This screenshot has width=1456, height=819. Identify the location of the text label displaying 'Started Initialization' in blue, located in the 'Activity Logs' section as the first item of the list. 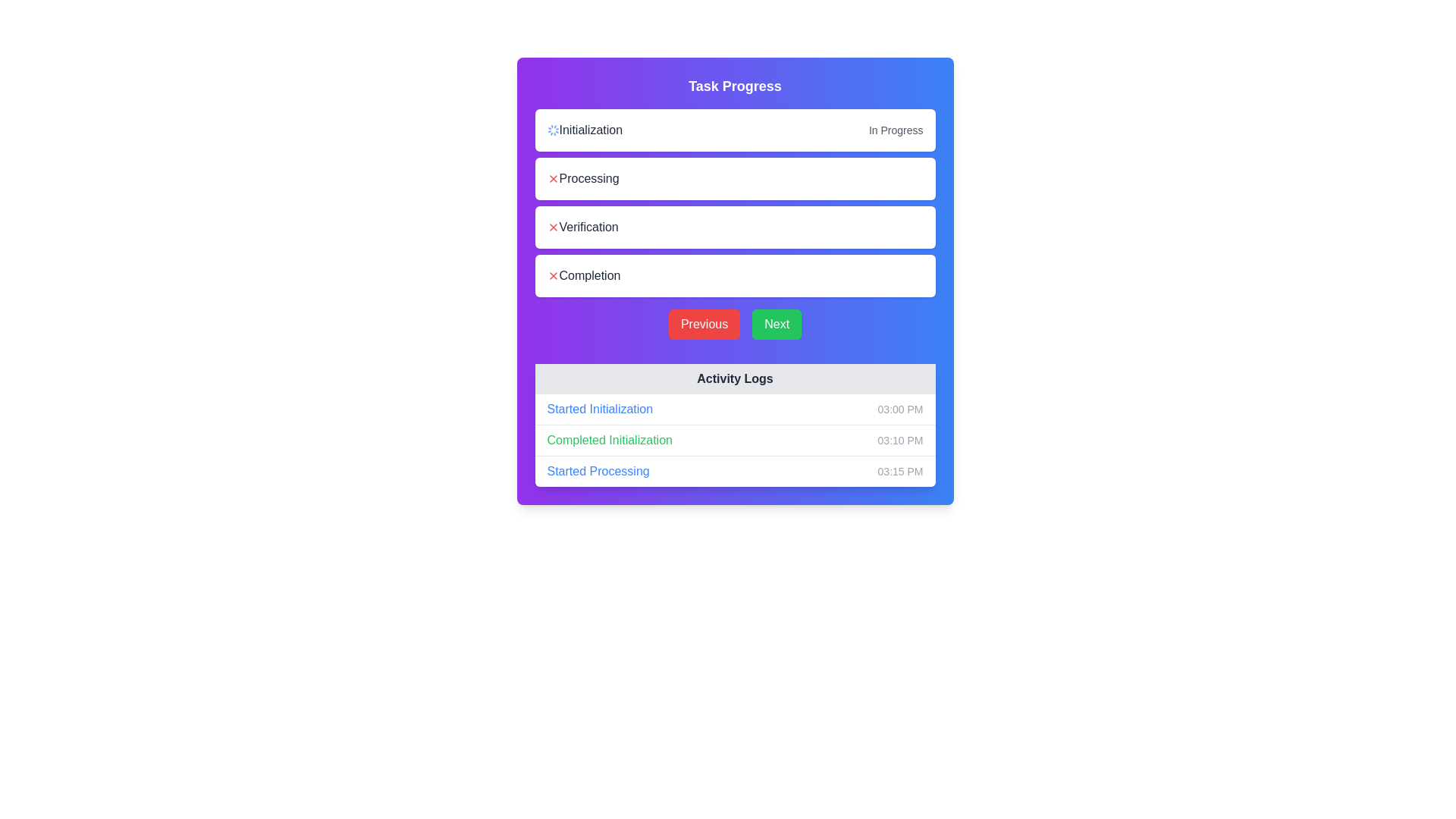
(599, 409).